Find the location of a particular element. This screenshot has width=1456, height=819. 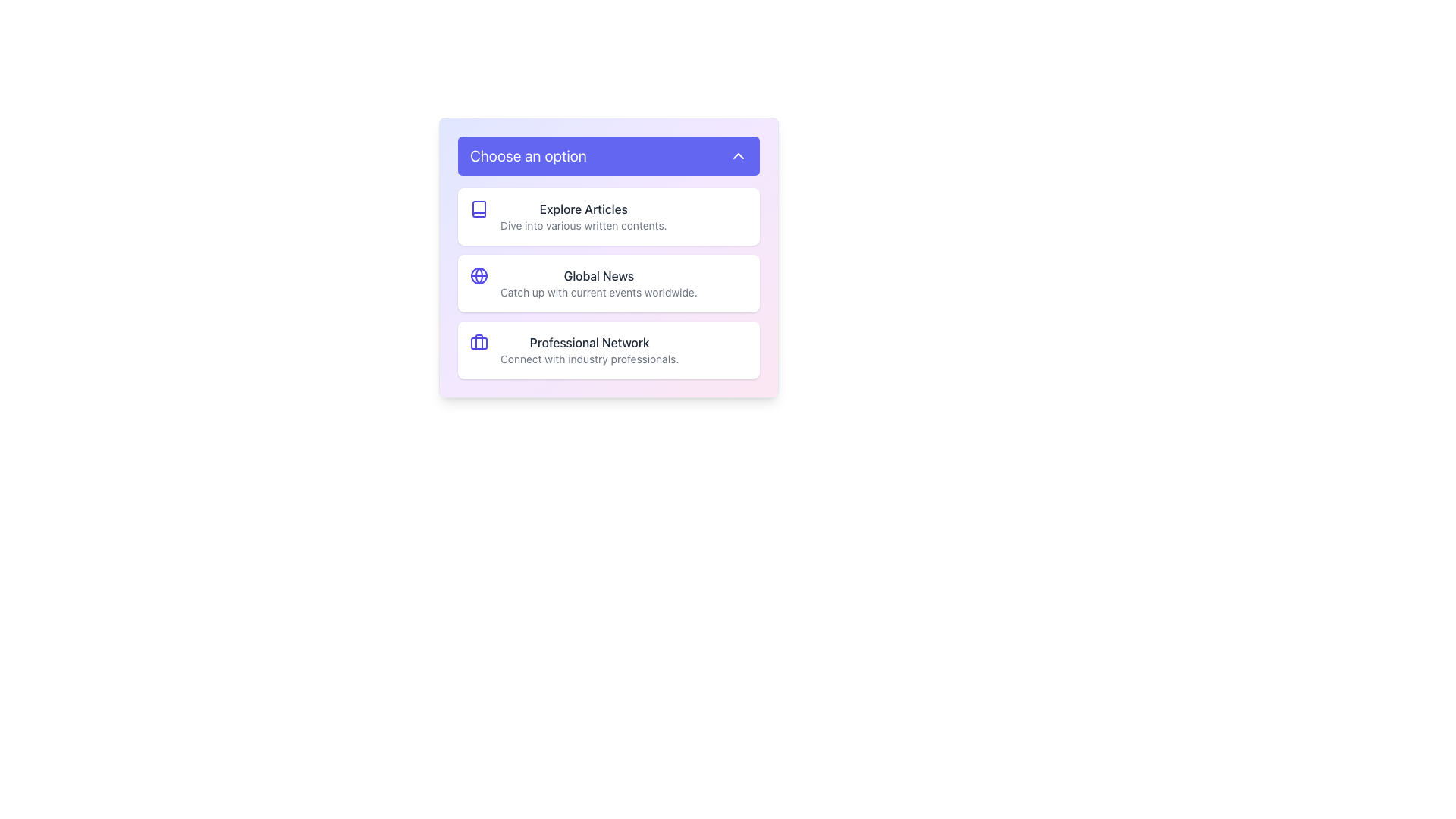

the global news and current events button, which is the second option in a vertically stacked list of three options, located between 'Explore Articles' and 'Professional Network' is located at coordinates (608, 284).